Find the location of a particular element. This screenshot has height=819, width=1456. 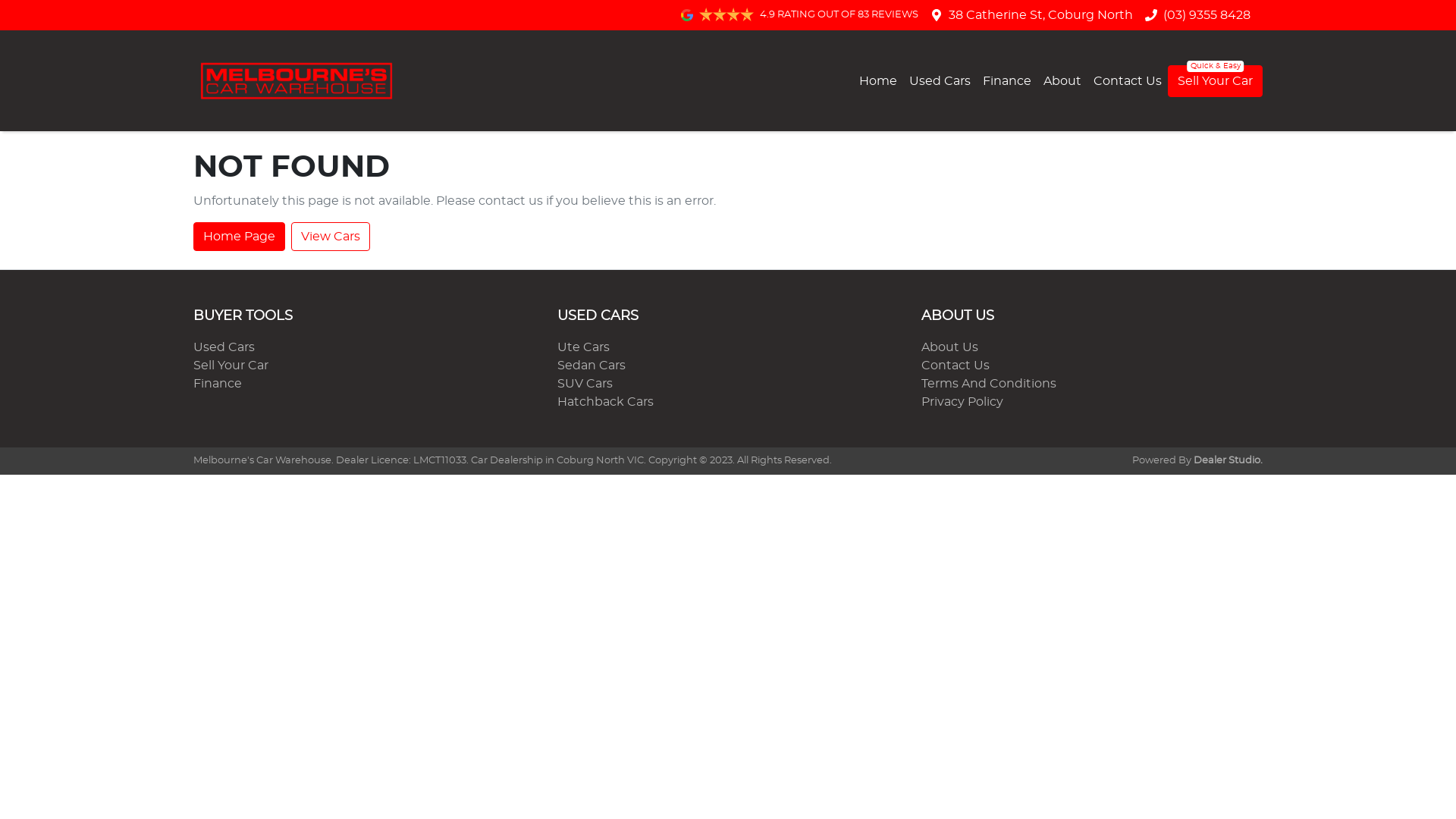

'Sell Your Car' is located at coordinates (1215, 81).